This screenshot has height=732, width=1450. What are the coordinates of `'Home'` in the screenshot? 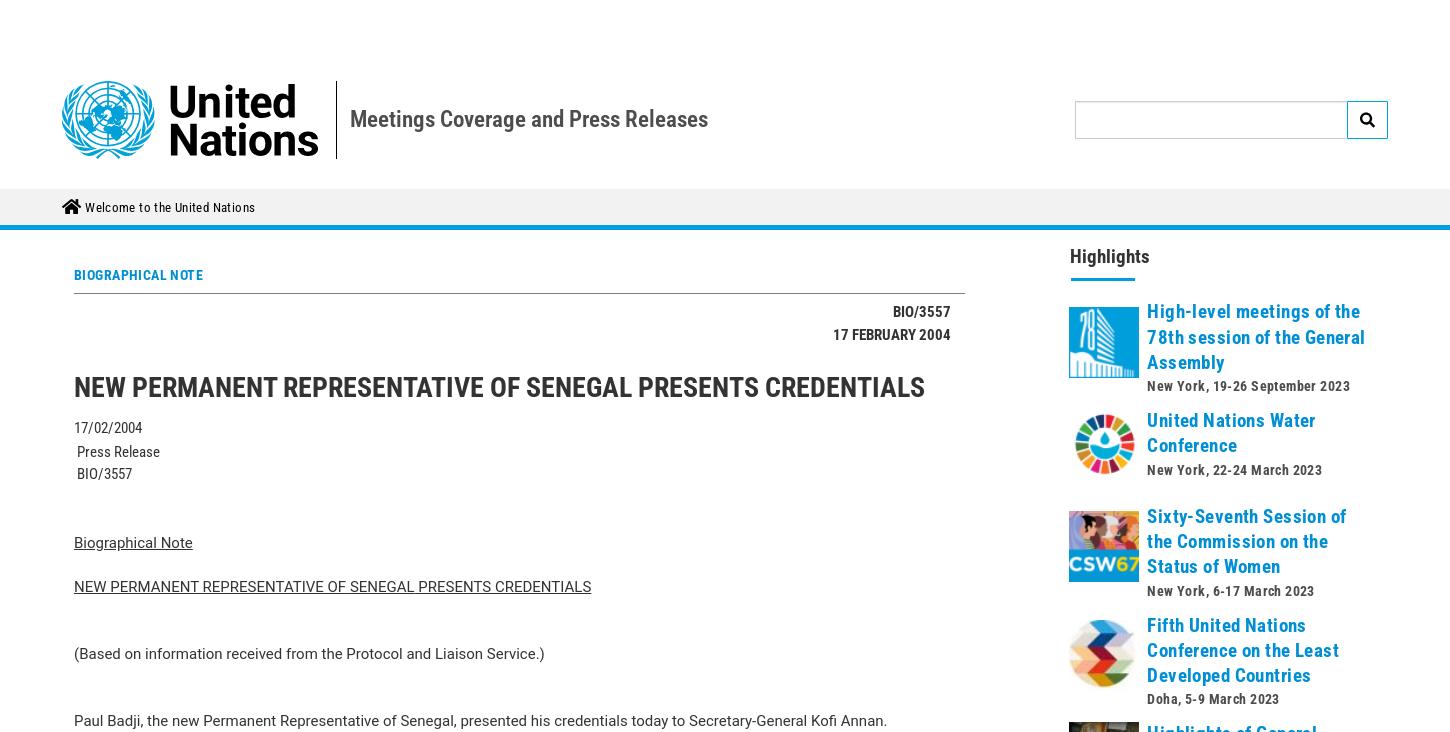 It's located at (111, 17).